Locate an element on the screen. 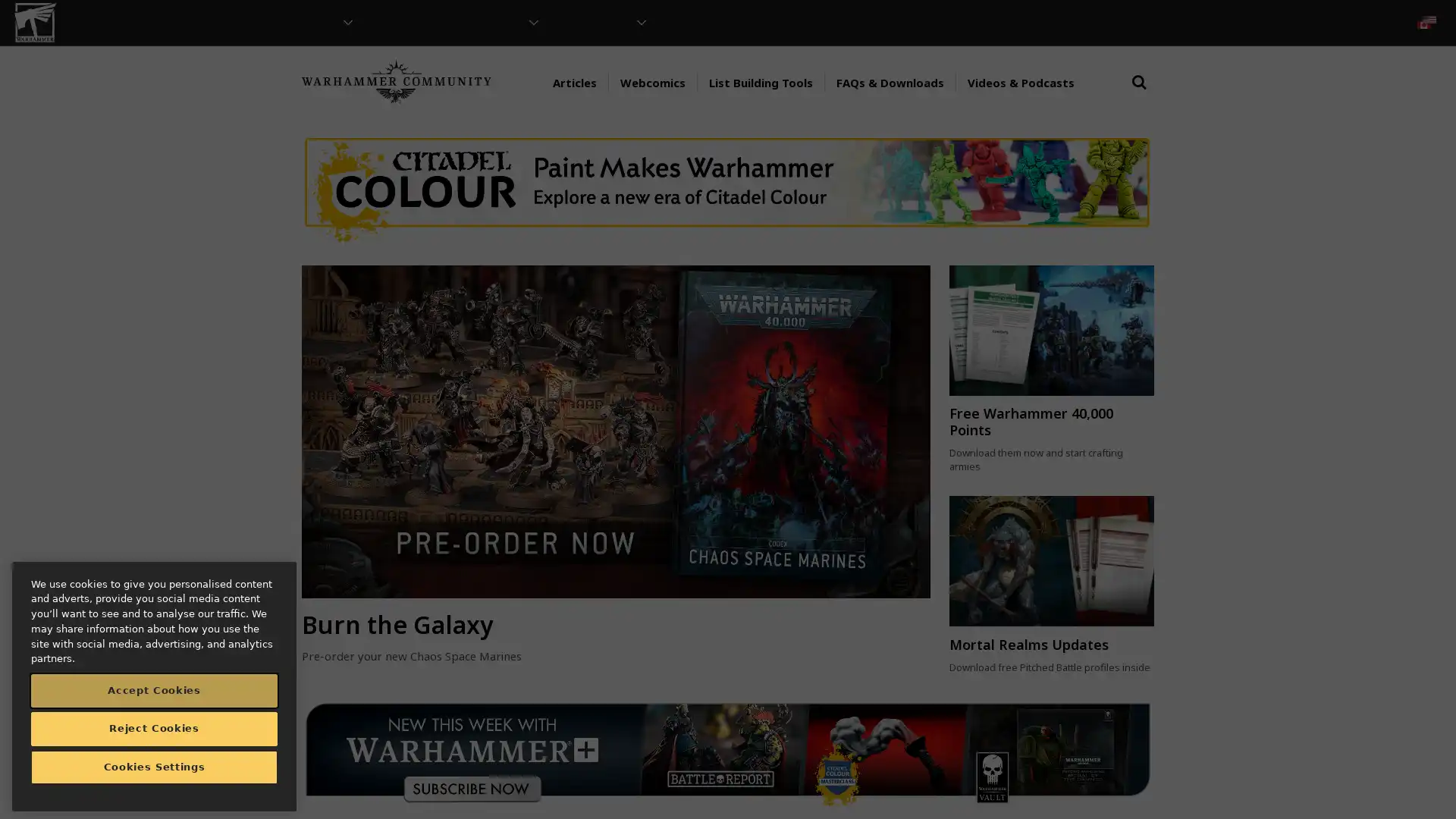 The width and height of the screenshot is (1456, 819). Accept Cookies is located at coordinates (154, 690).